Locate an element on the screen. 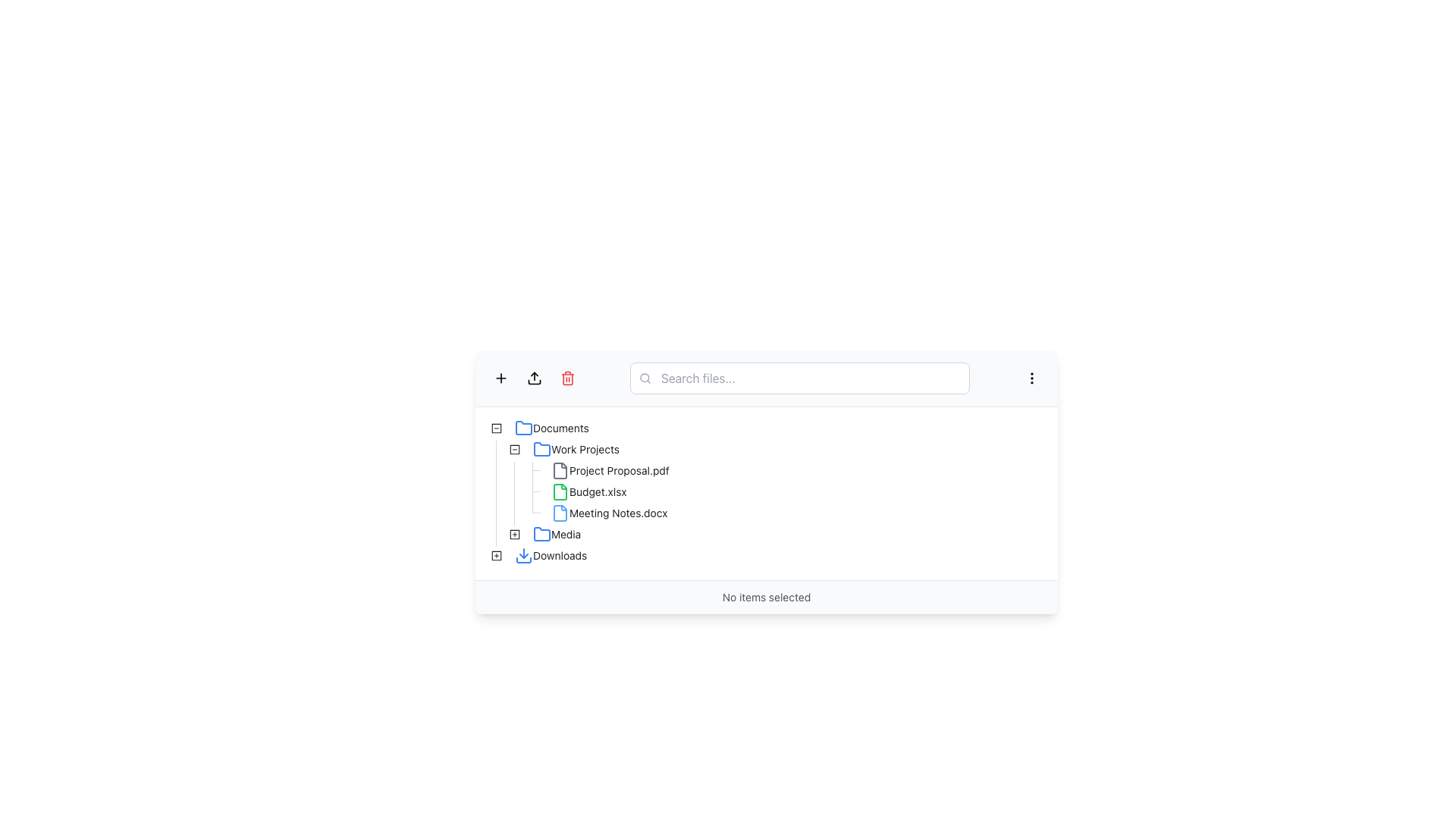  the 'Documents' folder label in the file management tree is located at coordinates (551, 428).